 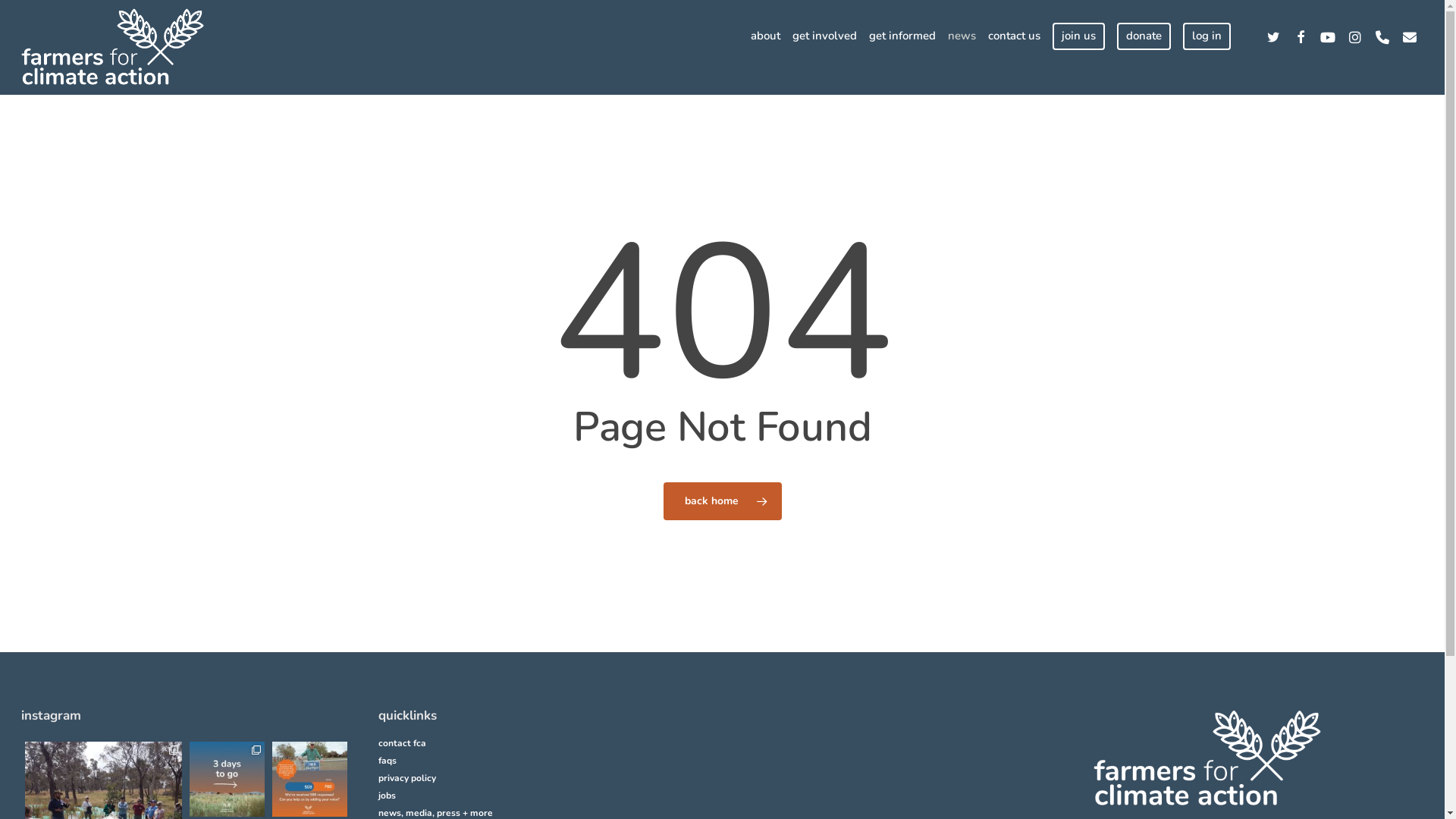 What do you see at coordinates (1354, 35) in the screenshot?
I see `'instagram'` at bounding box center [1354, 35].